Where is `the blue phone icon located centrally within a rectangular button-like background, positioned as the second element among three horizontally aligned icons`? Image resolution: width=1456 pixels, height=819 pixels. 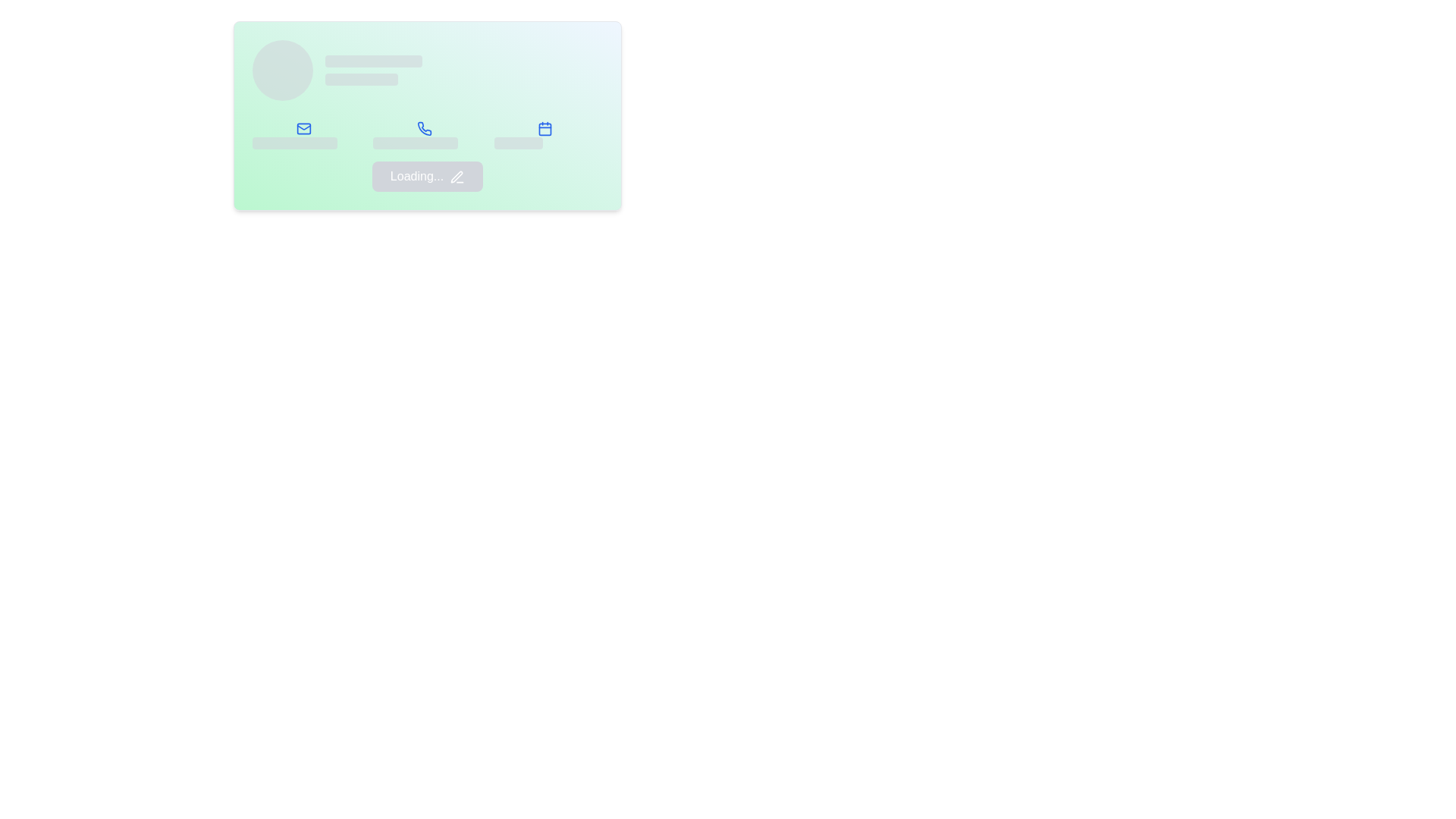
the blue phone icon located centrally within a rectangular button-like background, positioned as the second element among three horizontally aligned icons is located at coordinates (426, 133).